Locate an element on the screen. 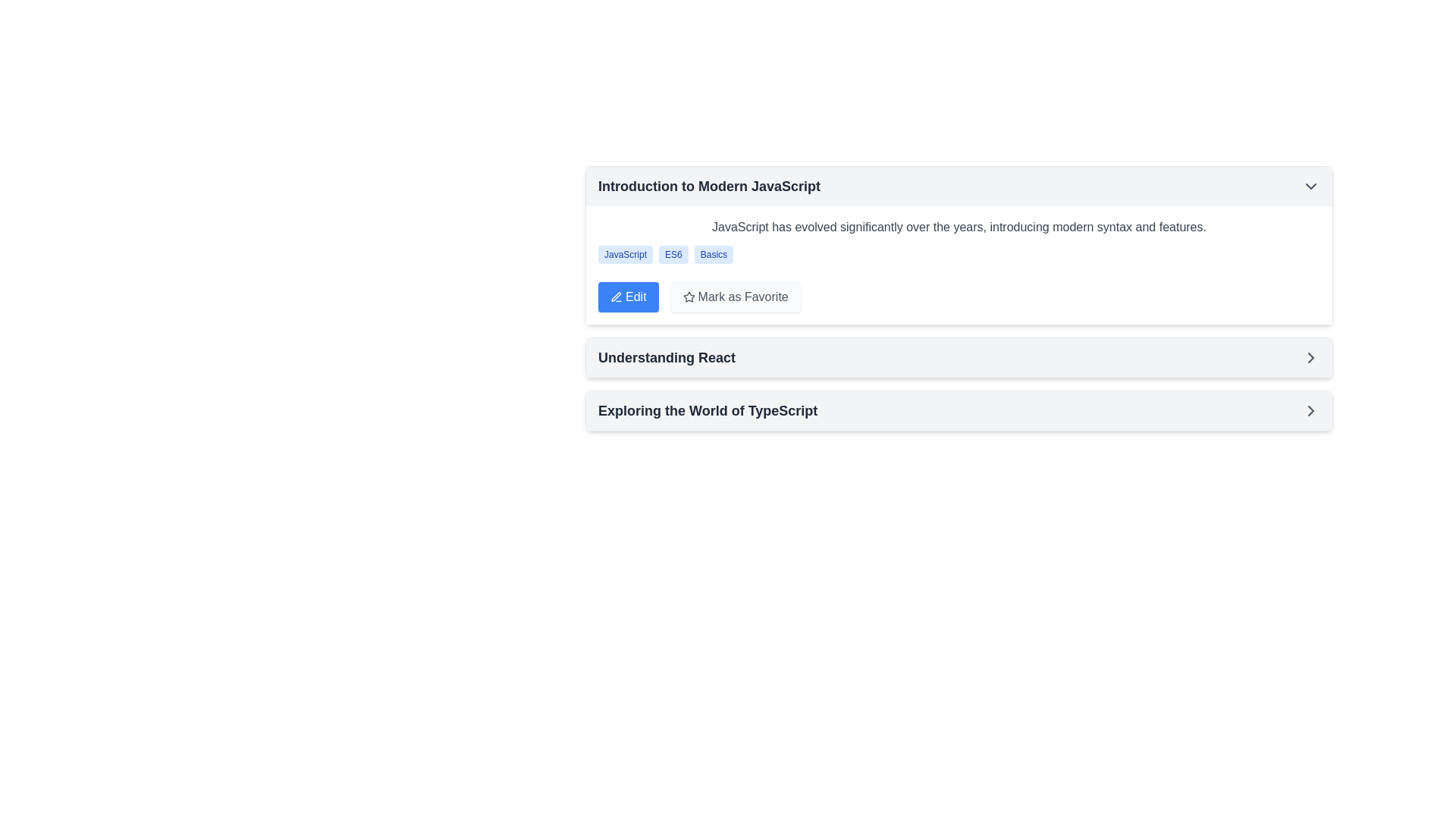 This screenshot has height=819, width=1456. the Chevron-Down icon in the header bar for the 'Introduction to Modern JavaScript' course is located at coordinates (1310, 186).